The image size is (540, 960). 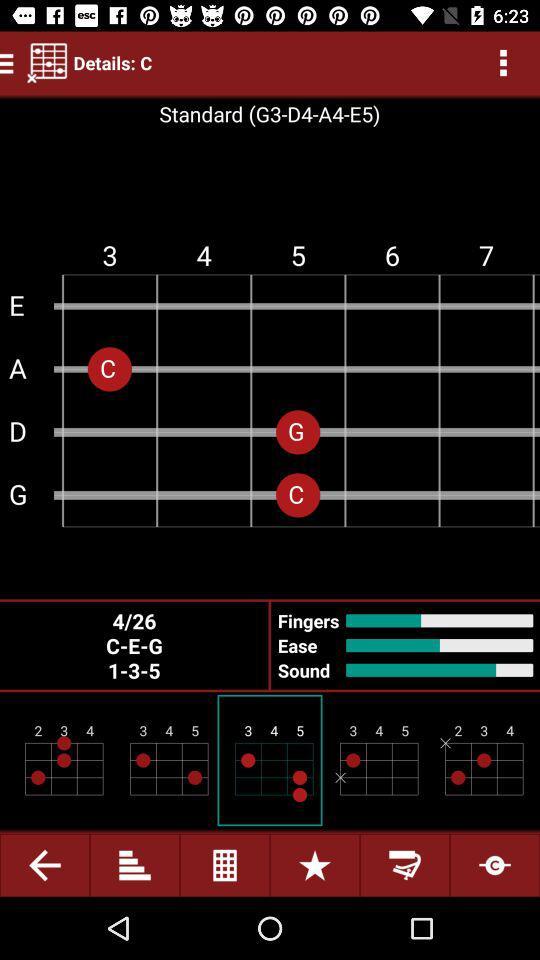 I want to click on right bottom corner icon, so click(x=494, y=864).